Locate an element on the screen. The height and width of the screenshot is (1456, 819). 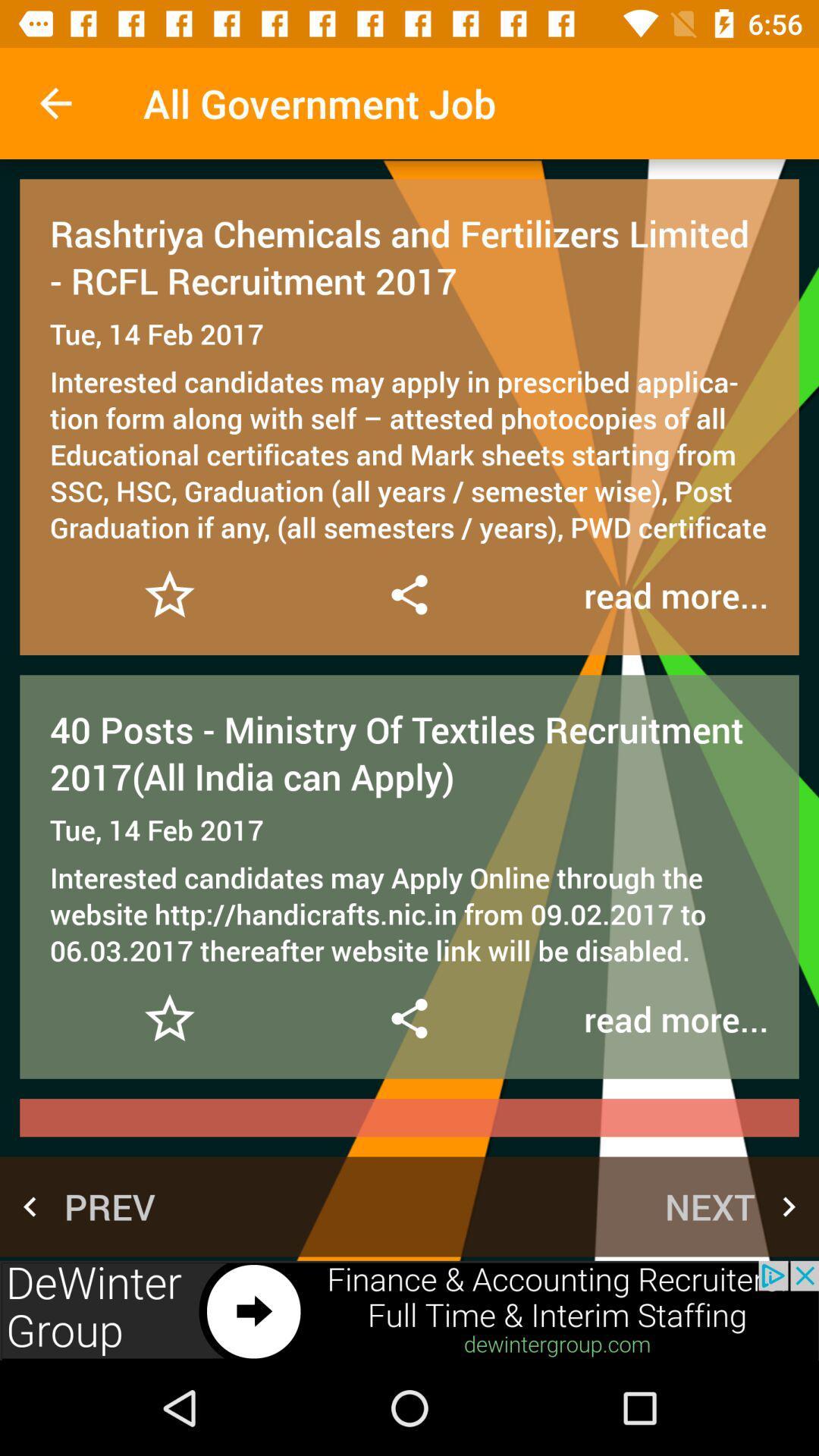
share is located at coordinates (408, 594).